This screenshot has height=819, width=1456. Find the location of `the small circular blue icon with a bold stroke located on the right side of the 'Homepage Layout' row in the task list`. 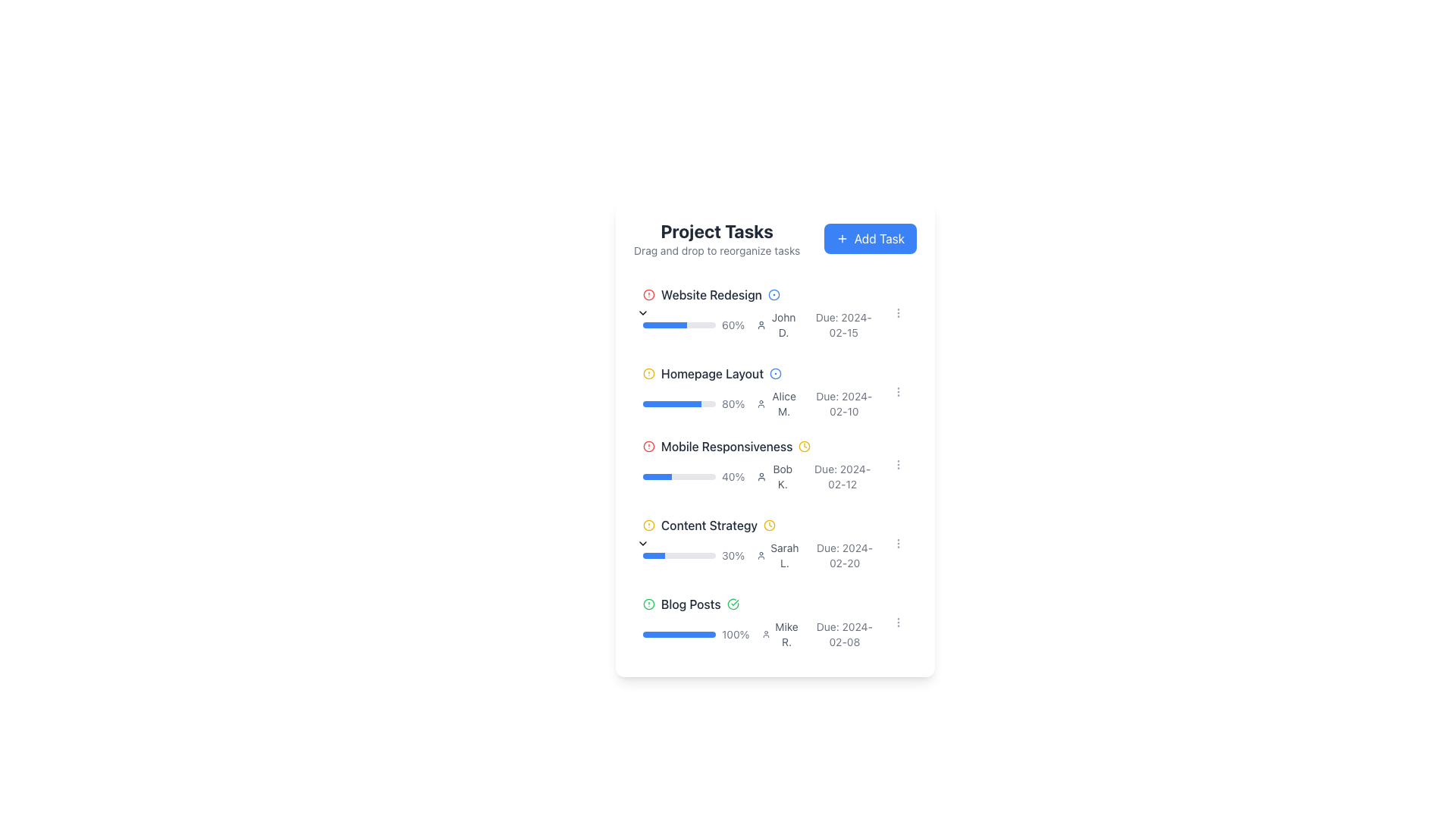

the small circular blue icon with a bold stroke located on the right side of the 'Homepage Layout' row in the task list is located at coordinates (775, 374).